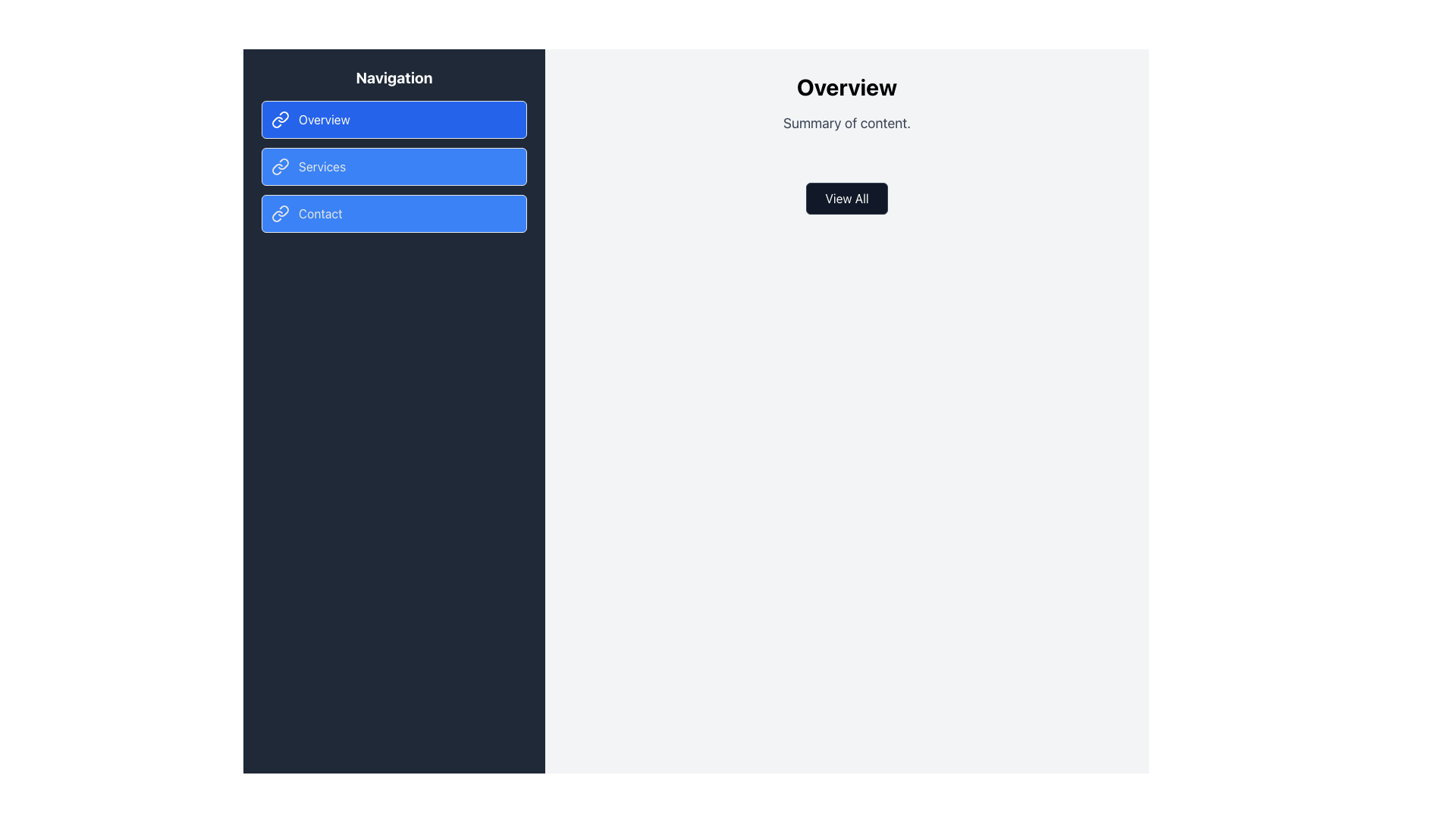 This screenshot has height=819, width=1456. I want to click on keyboard navigation, so click(394, 166).